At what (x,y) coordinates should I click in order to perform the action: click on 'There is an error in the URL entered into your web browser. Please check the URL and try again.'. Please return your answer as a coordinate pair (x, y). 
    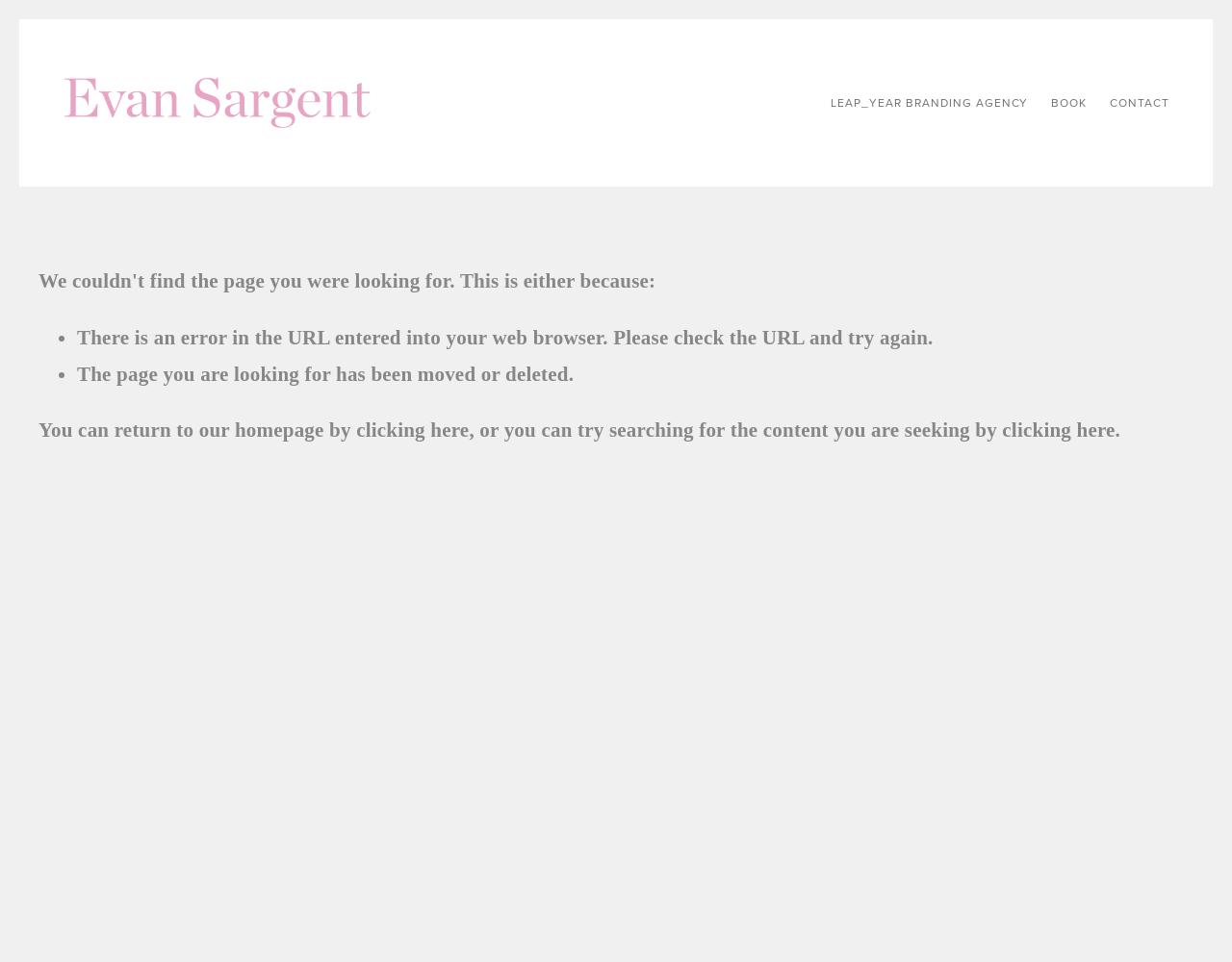
    Looking at the image, I should click on (77, 336).